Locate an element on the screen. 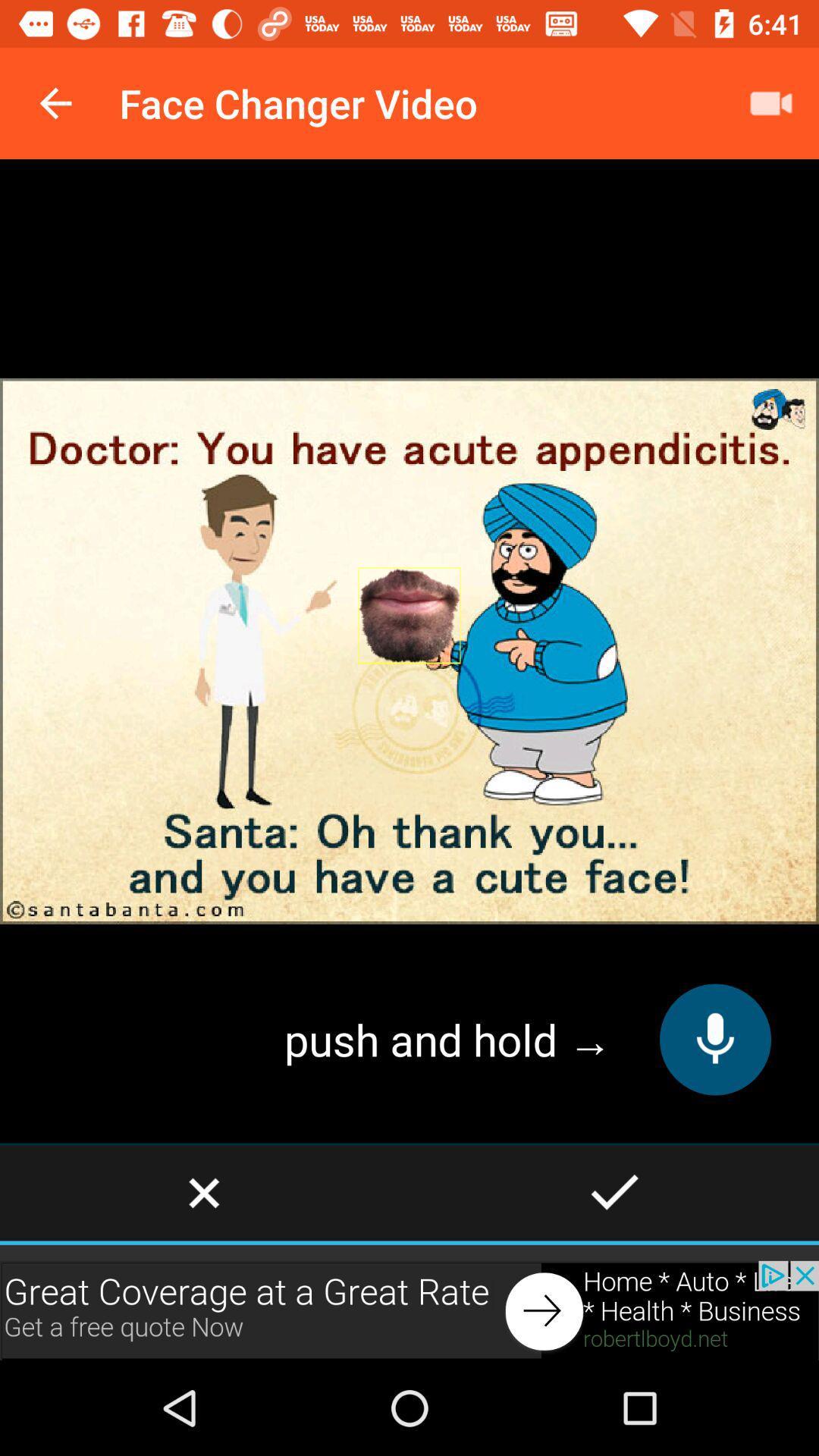 This screenshot has width=819, height=1456. open advertisement is located at coordinates (409, 1310).